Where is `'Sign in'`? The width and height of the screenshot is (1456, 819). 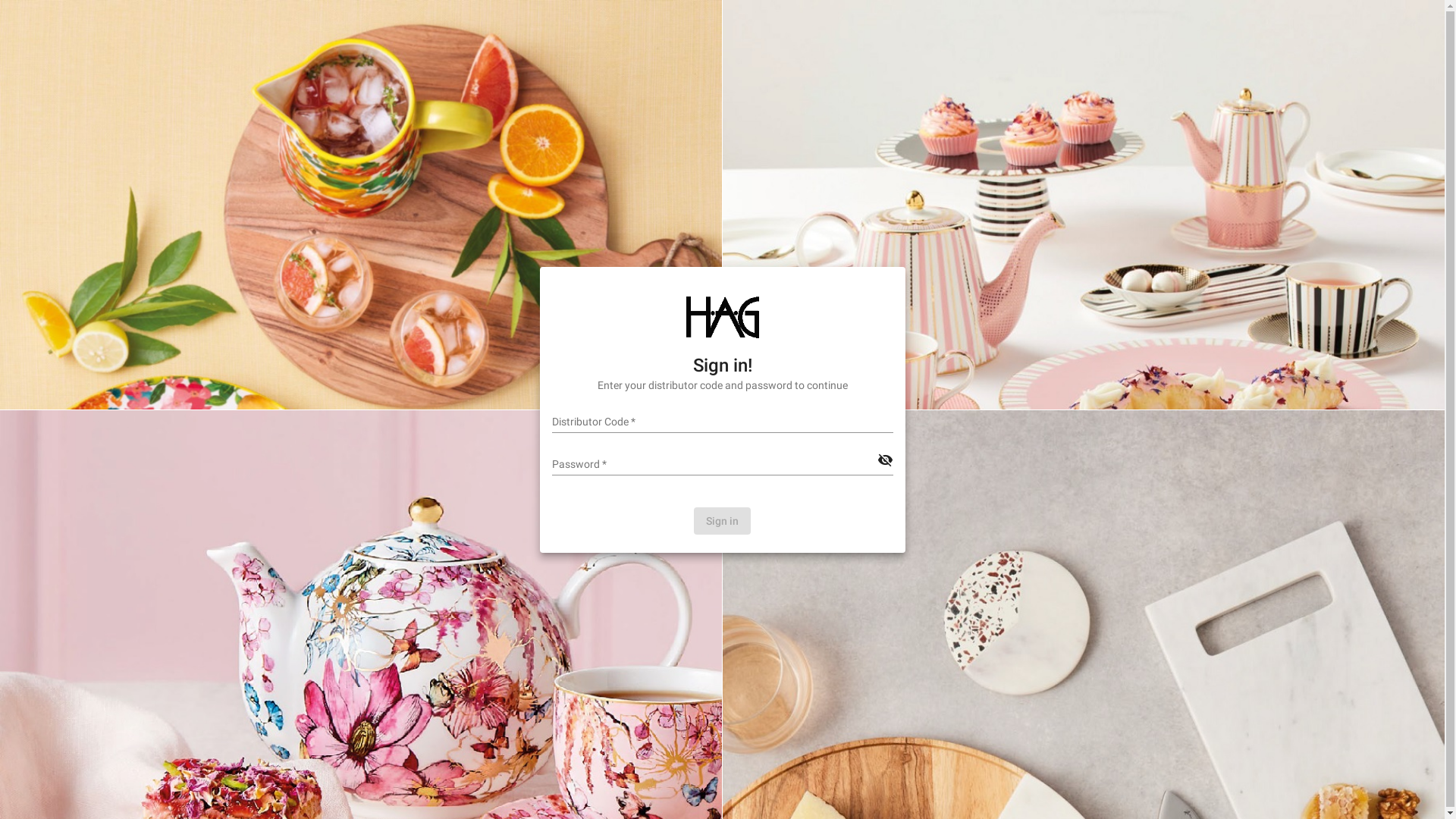 'Sign in' is located at coordinates (721, 519).